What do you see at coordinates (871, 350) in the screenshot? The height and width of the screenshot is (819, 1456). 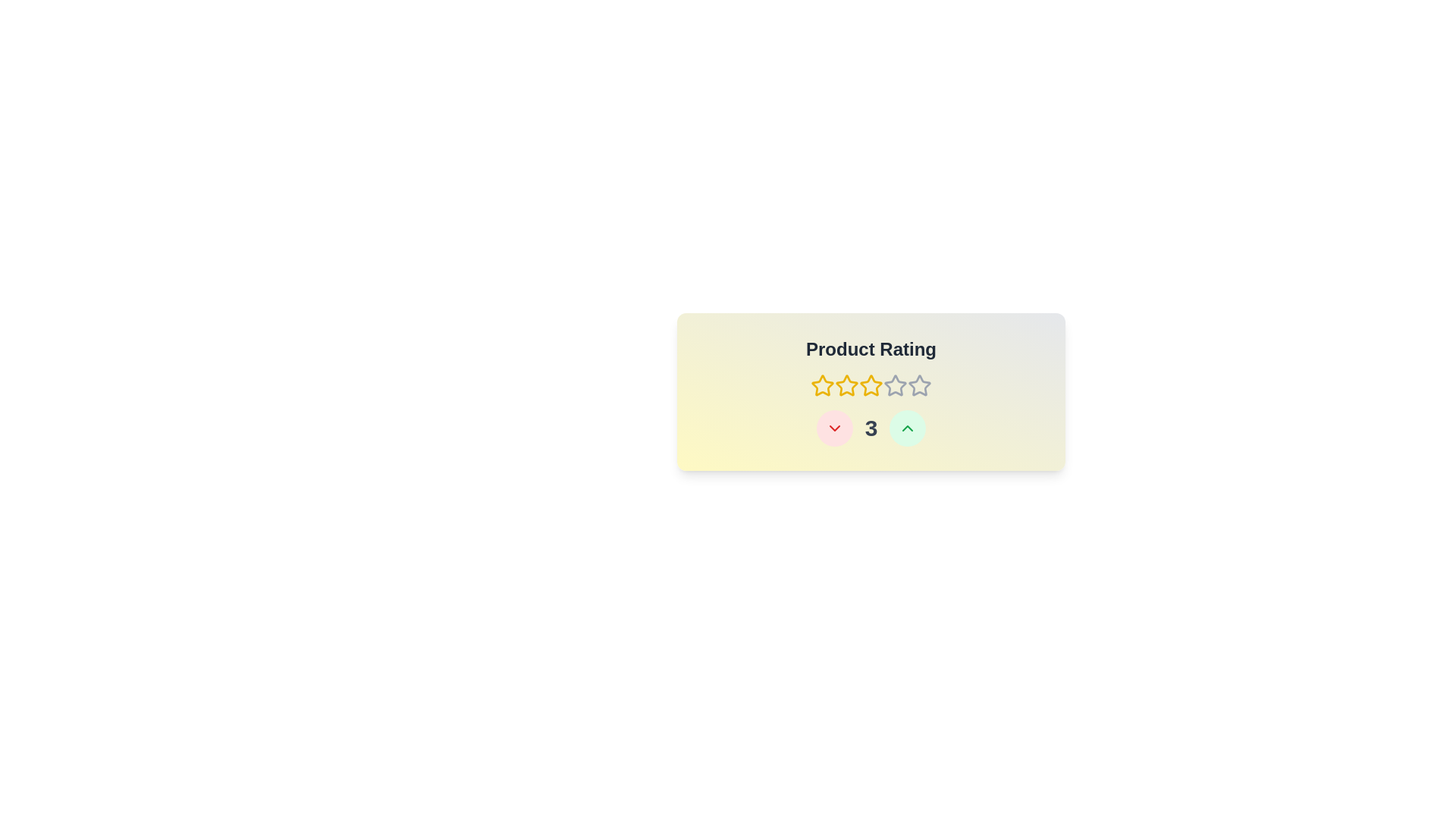 I see `the Text Display that serves as the header for the 'Product Rating' section, positioned at the top of a rounded, gradient-filled box` at bounding box center [871, 350].